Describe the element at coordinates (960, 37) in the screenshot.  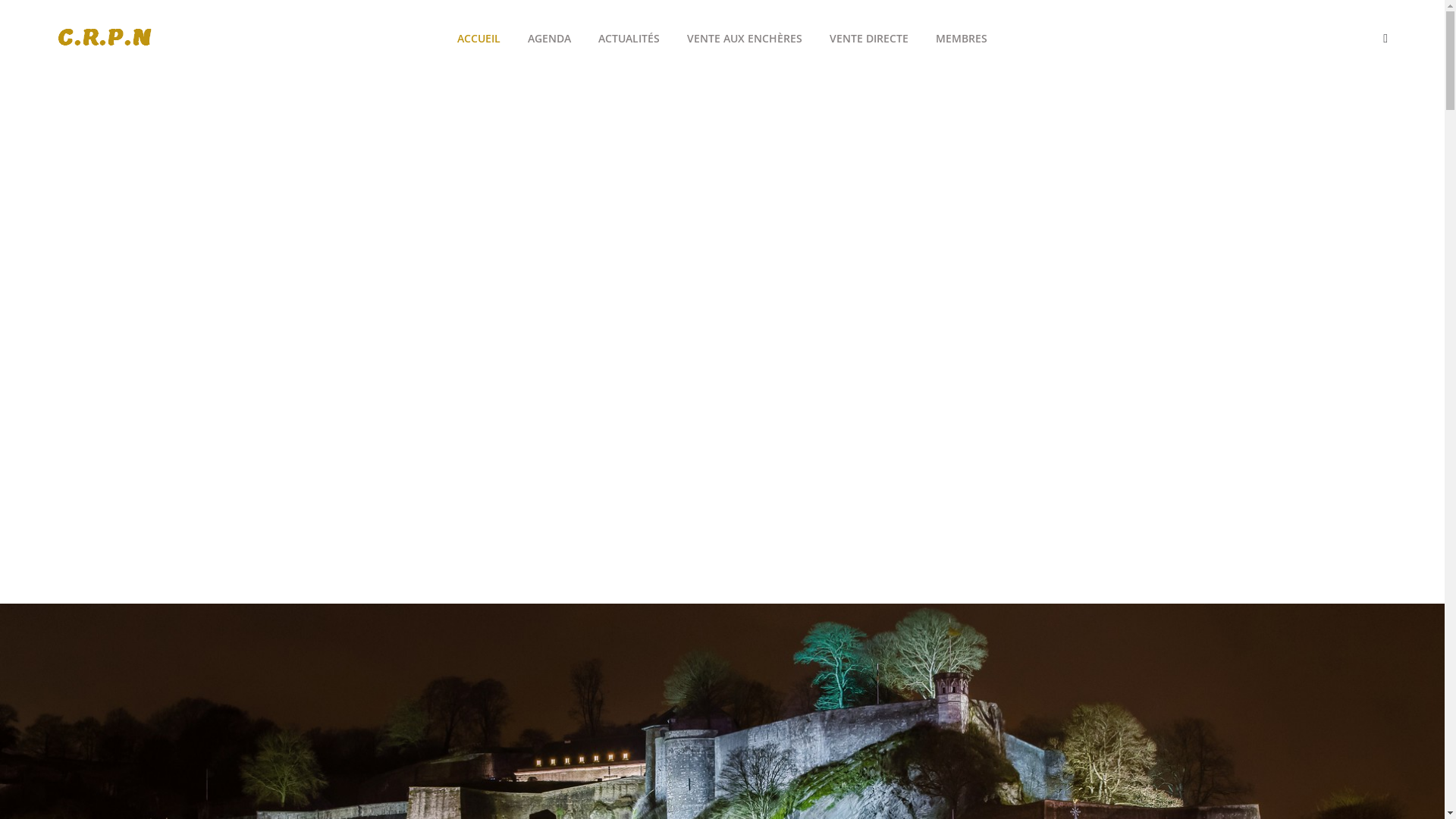
I see `'MEMBRES'` at that location.